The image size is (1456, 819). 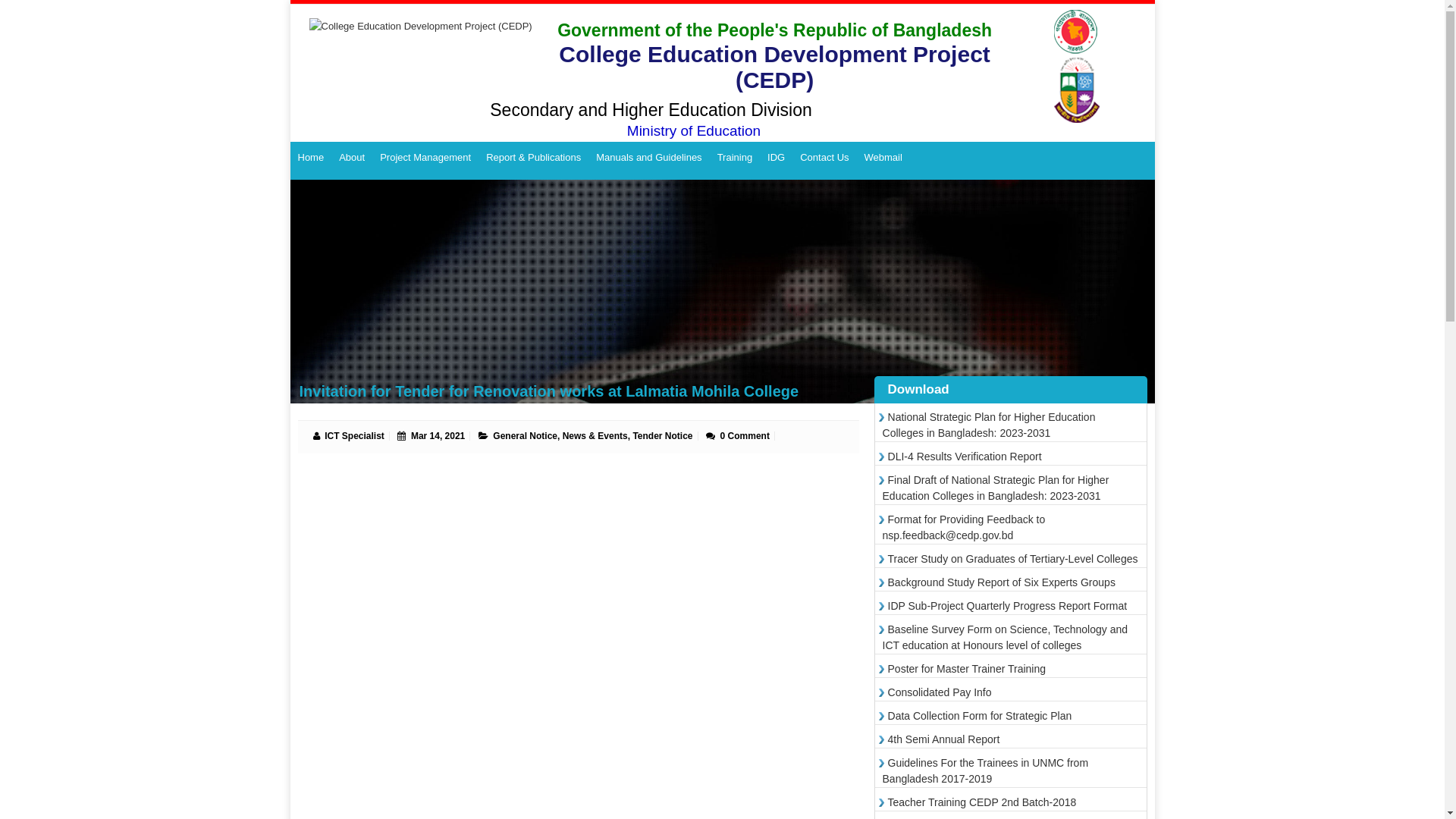 What do you see at coordinates (533, 158) in the screenshot?
I see `'Report & Publications'` at bounding box center [533, 158].